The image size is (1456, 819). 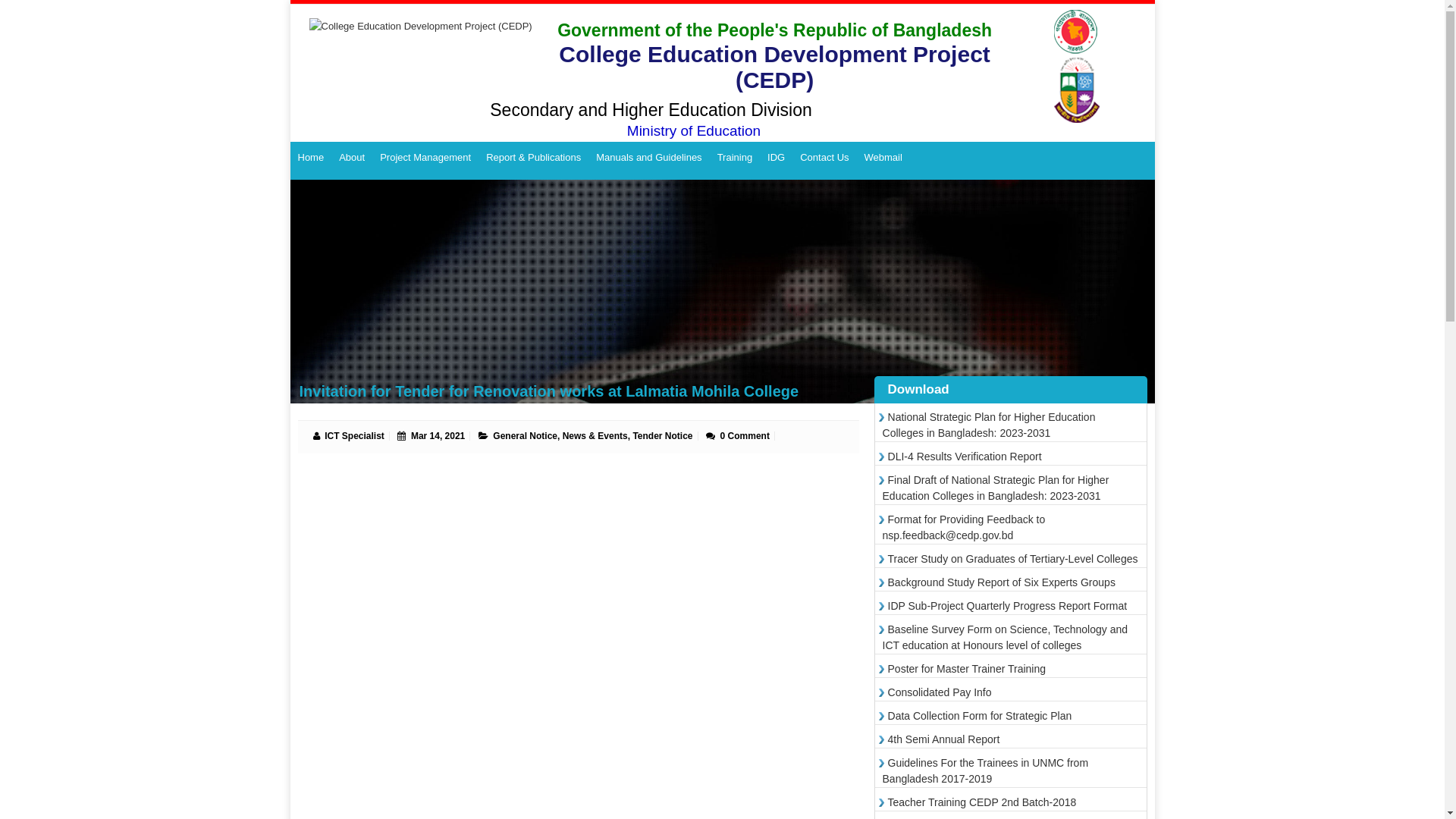 What do you see at coordinates (533, 158) in the screenshot?
I see `'Report & Publications'` at bounding box center [533, 158].